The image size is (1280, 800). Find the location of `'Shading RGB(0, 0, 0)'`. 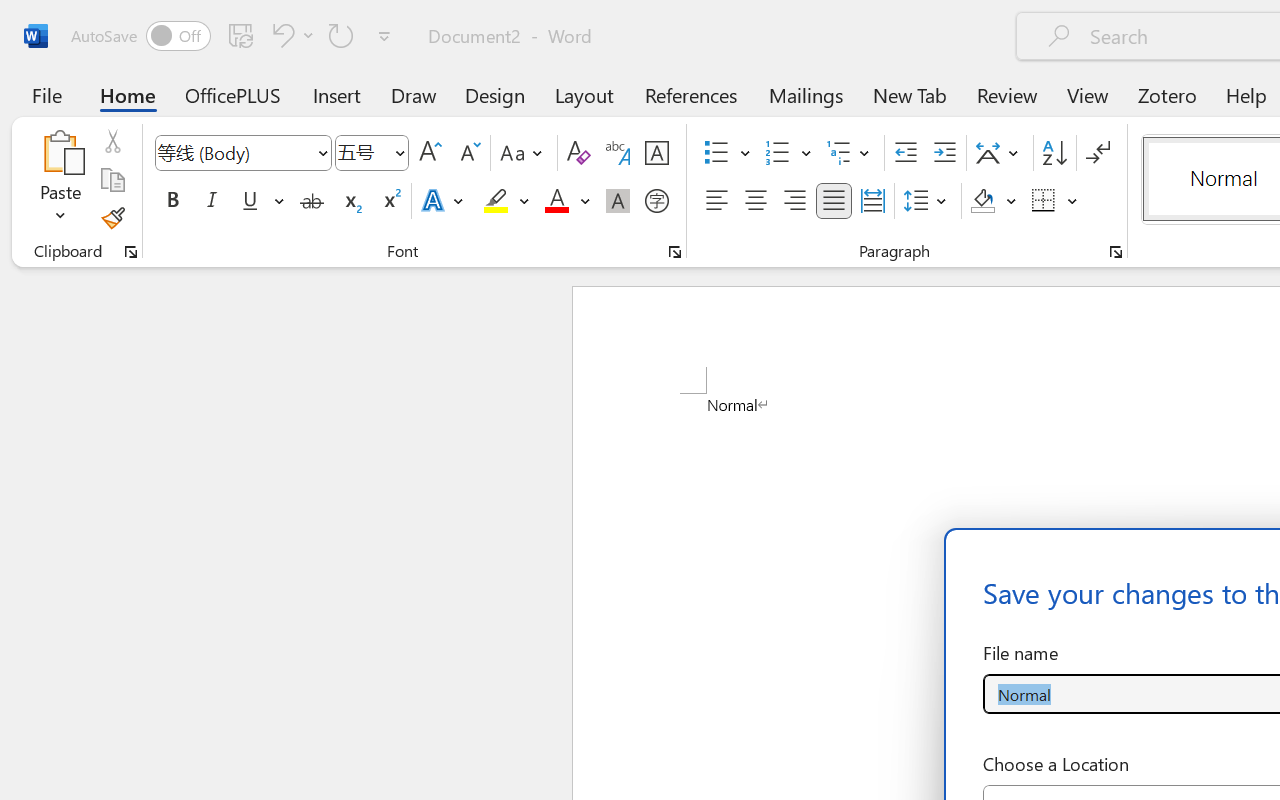

'Shading RGB(0, 0, 0)' is located at coordinates (983, 201).